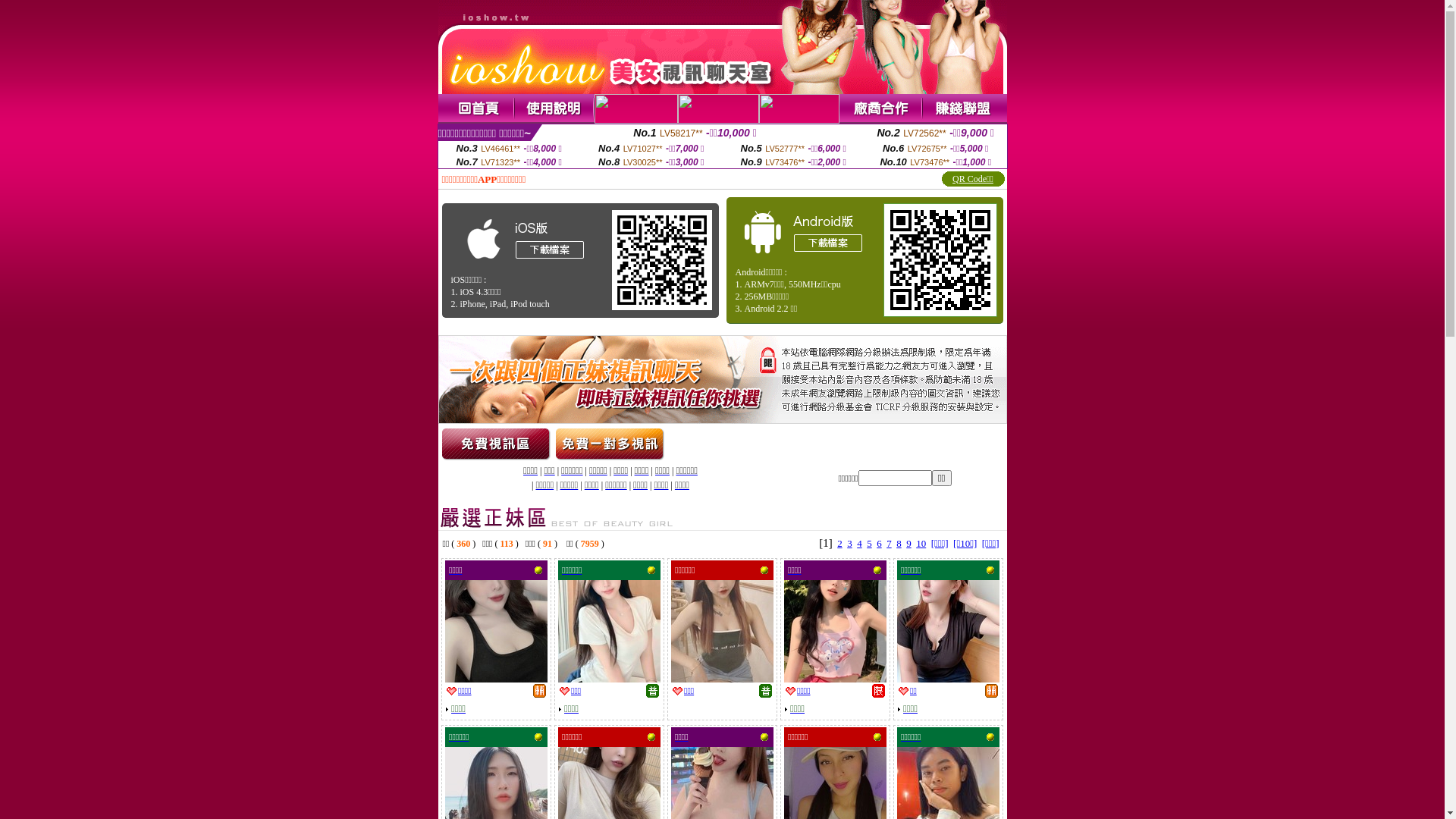 Image resolution: width=1456 pixels, height=819 pixels. What do you see at coordinates (856, 542) in the screenshot?
I see `'4'` at bounding box center [856, 542].